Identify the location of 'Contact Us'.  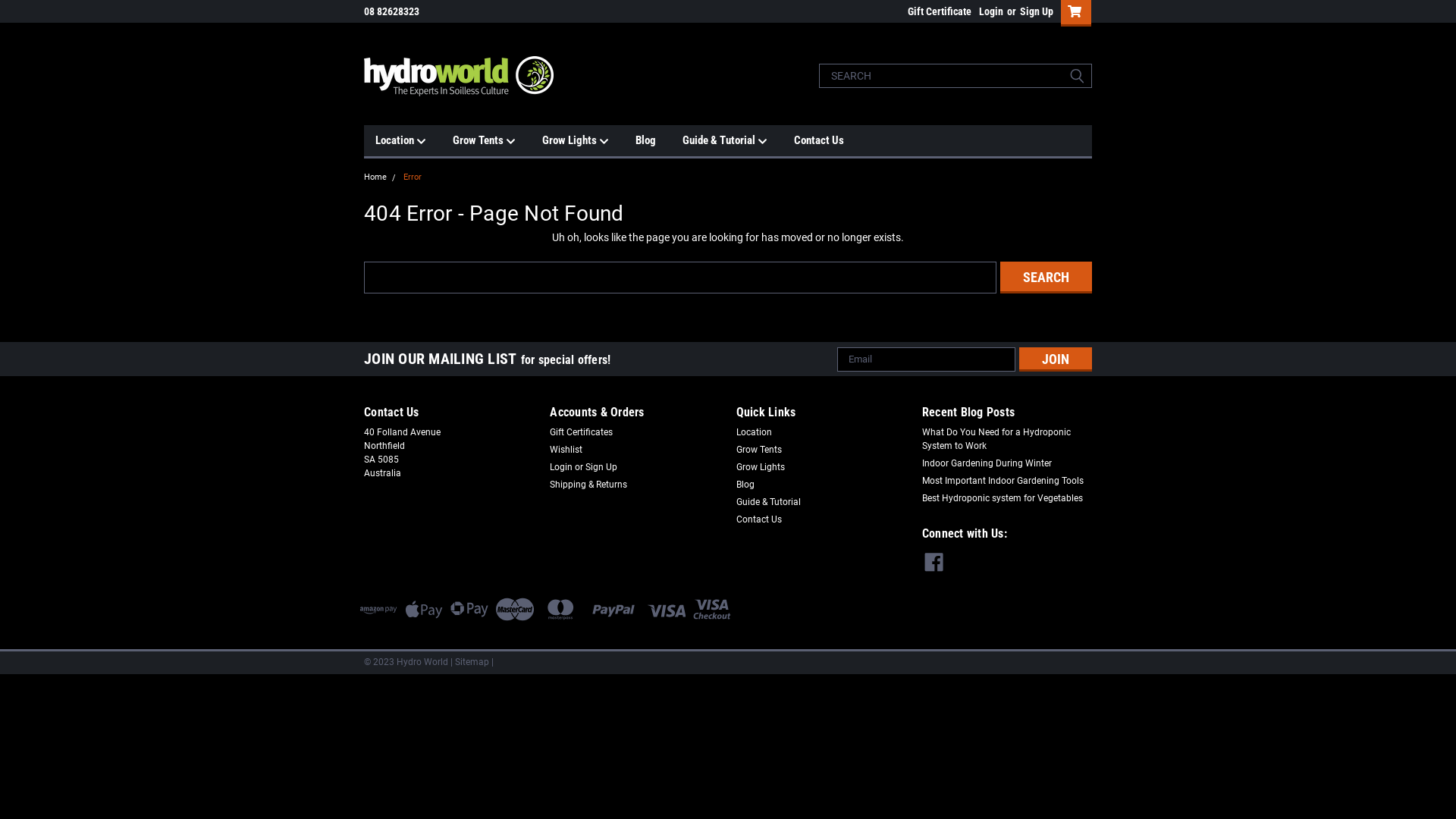
(758, 519).